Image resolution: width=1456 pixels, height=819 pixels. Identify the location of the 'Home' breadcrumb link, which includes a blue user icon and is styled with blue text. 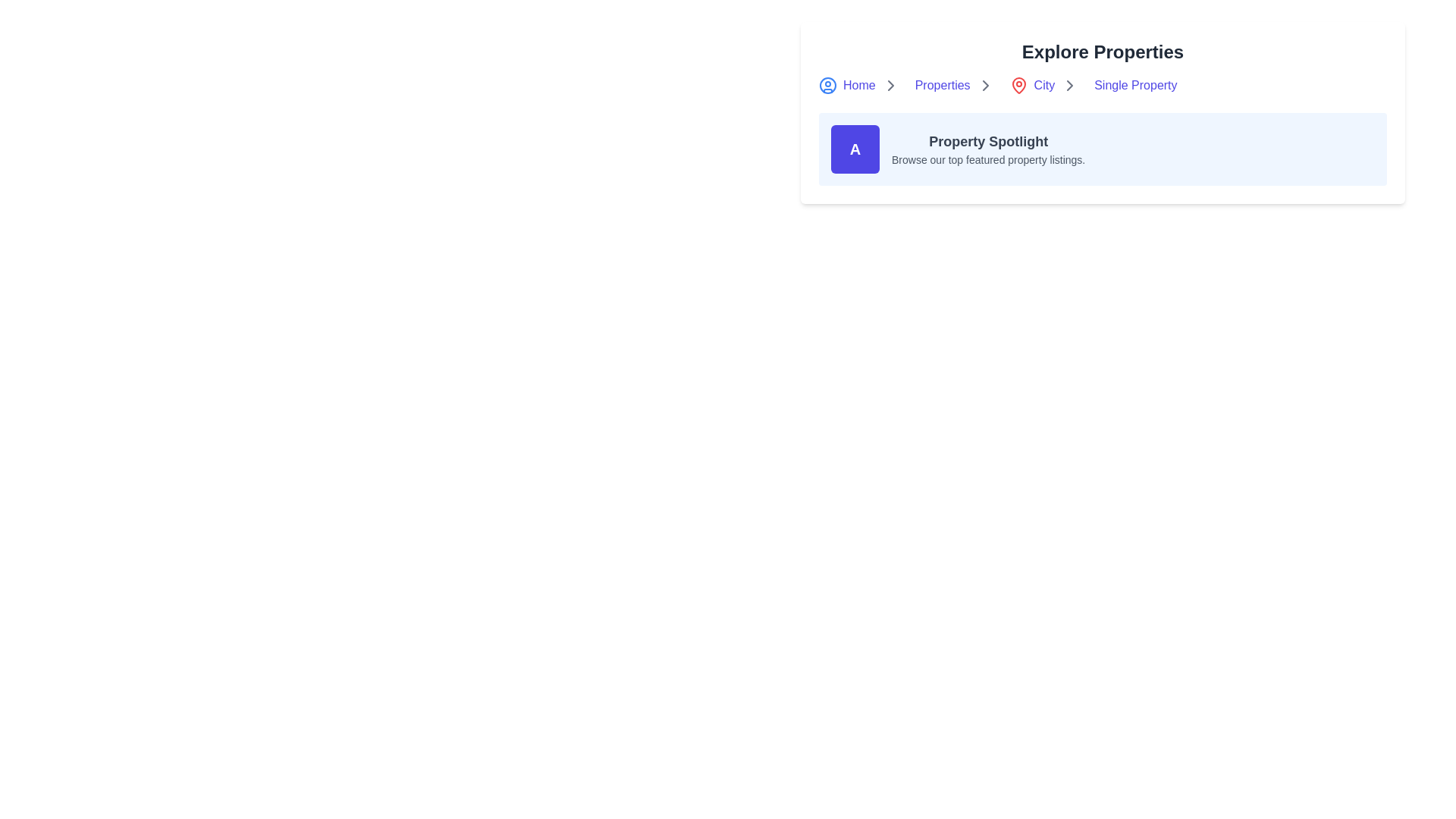
(862, 85).